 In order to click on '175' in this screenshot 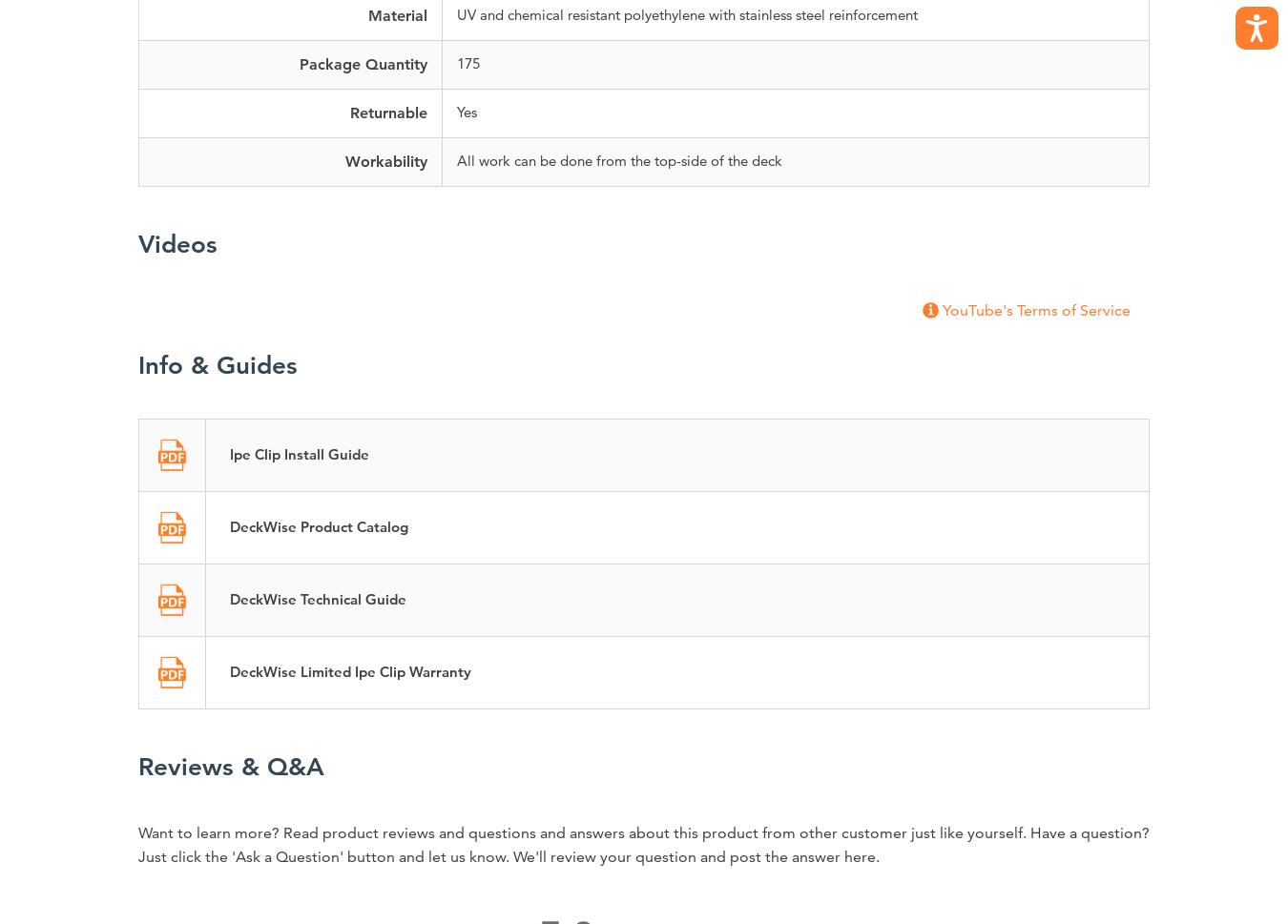, I will do `click(467, 62)`.